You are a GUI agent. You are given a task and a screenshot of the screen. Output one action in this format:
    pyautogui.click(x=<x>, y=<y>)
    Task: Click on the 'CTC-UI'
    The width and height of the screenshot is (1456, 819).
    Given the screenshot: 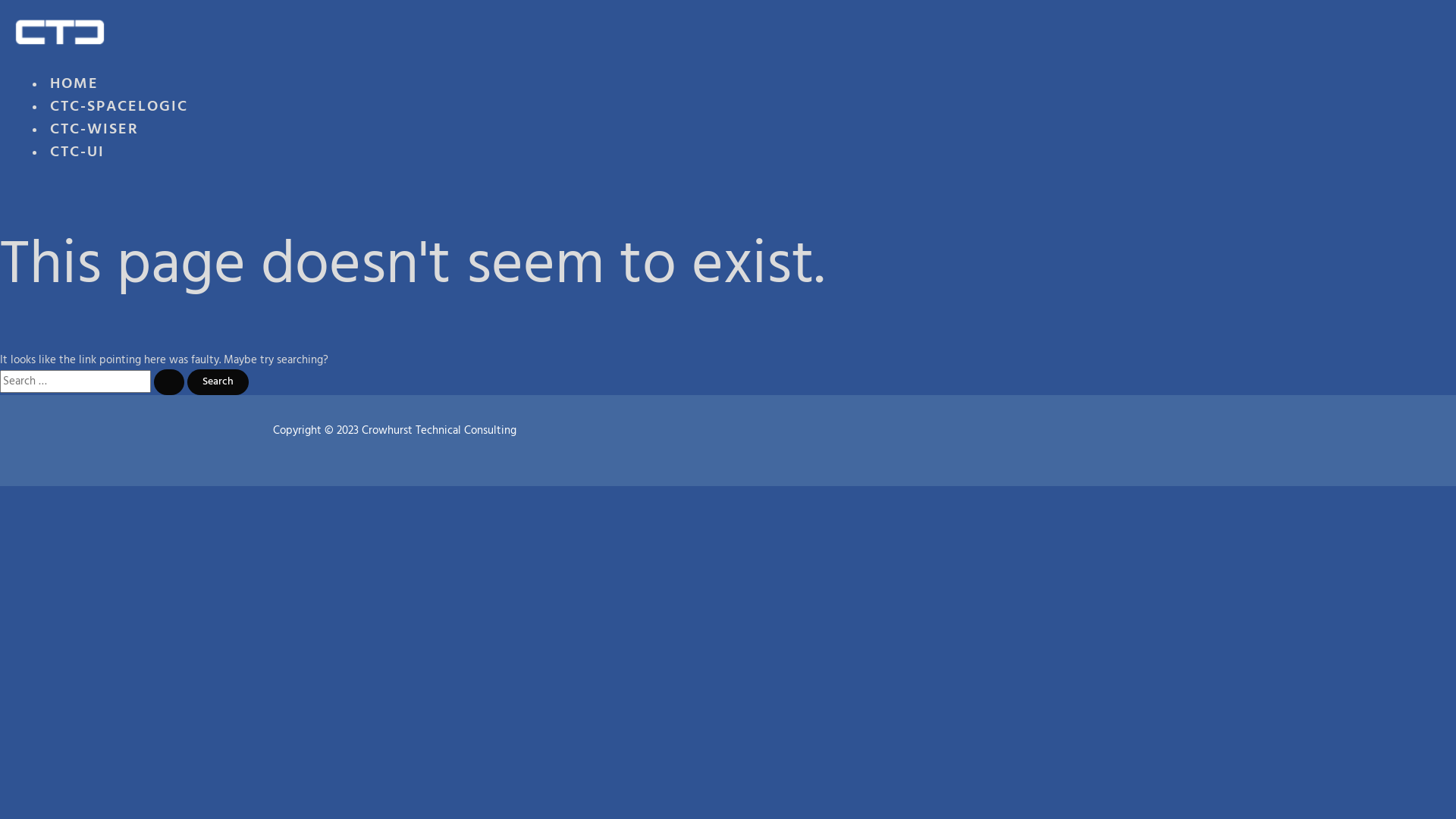 What is the action you would take?
    pyautogui.click(x=45, y=158)
    